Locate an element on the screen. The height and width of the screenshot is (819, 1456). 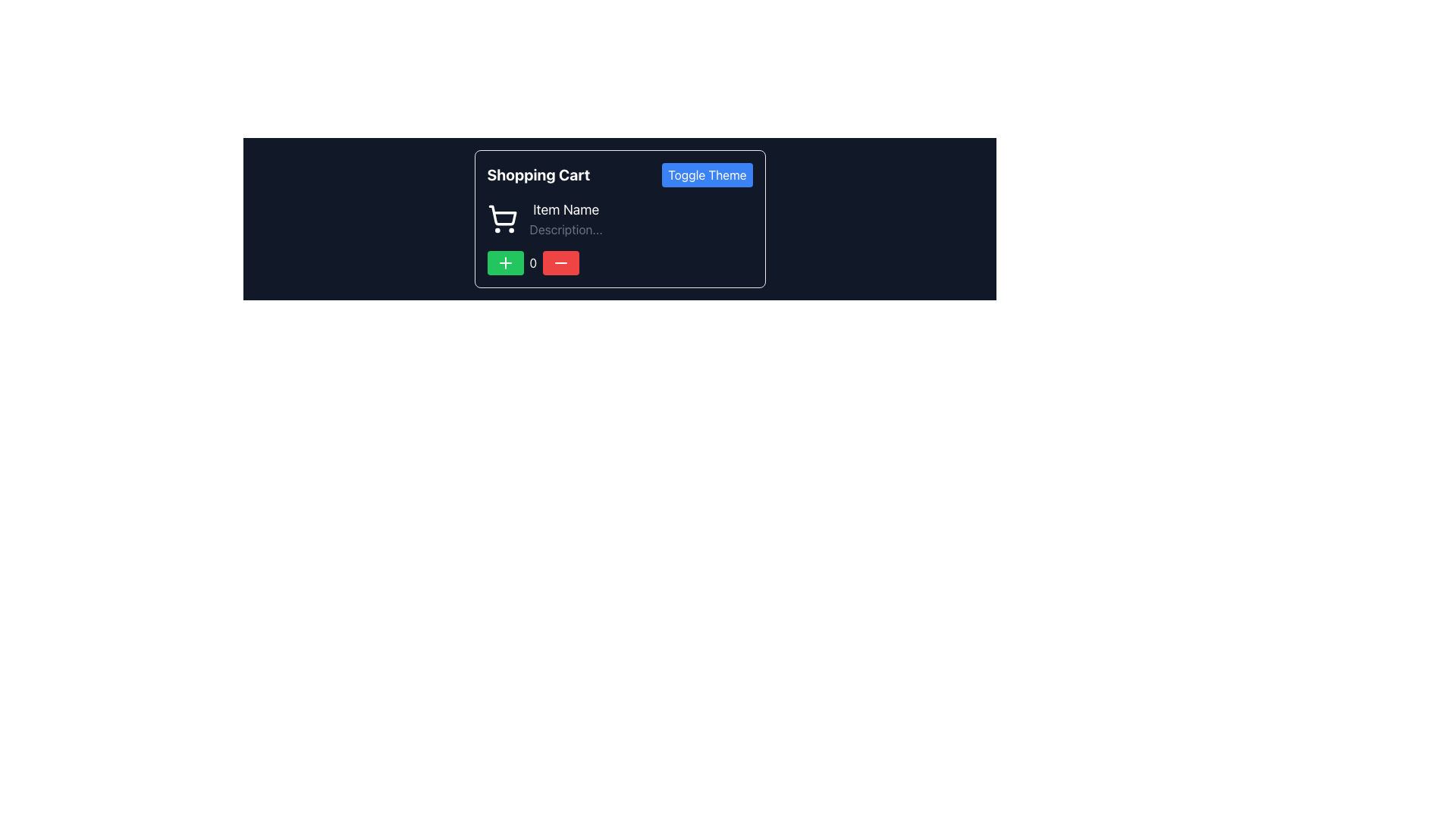
the static header text label that indicates the purpose or context of the content, positioned to the left of the 'Toggle Theme' button in the header section is located at coordinates (538, 174).